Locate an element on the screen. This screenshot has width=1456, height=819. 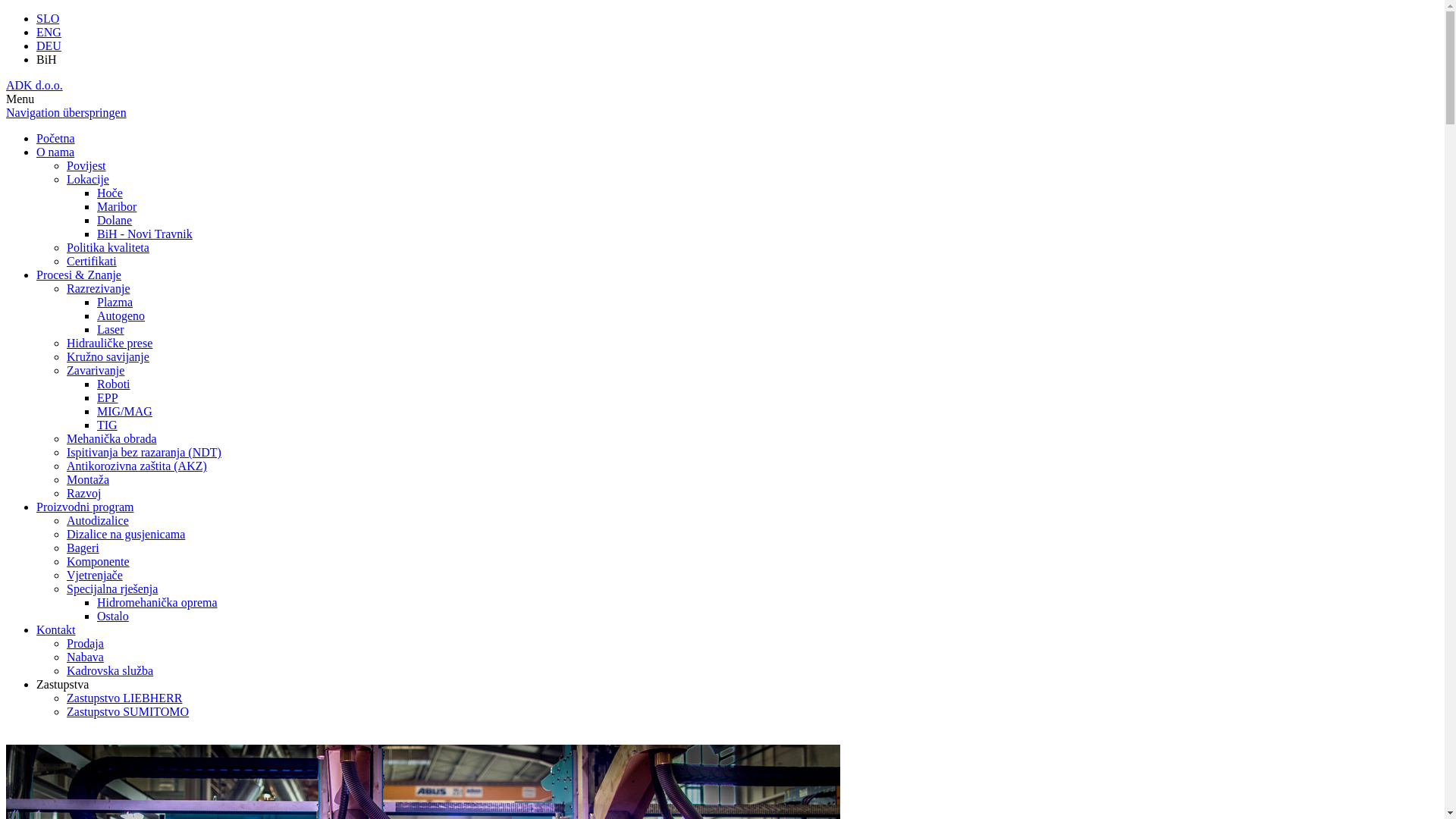
'Nabava' is located at coordinates (84, 656).